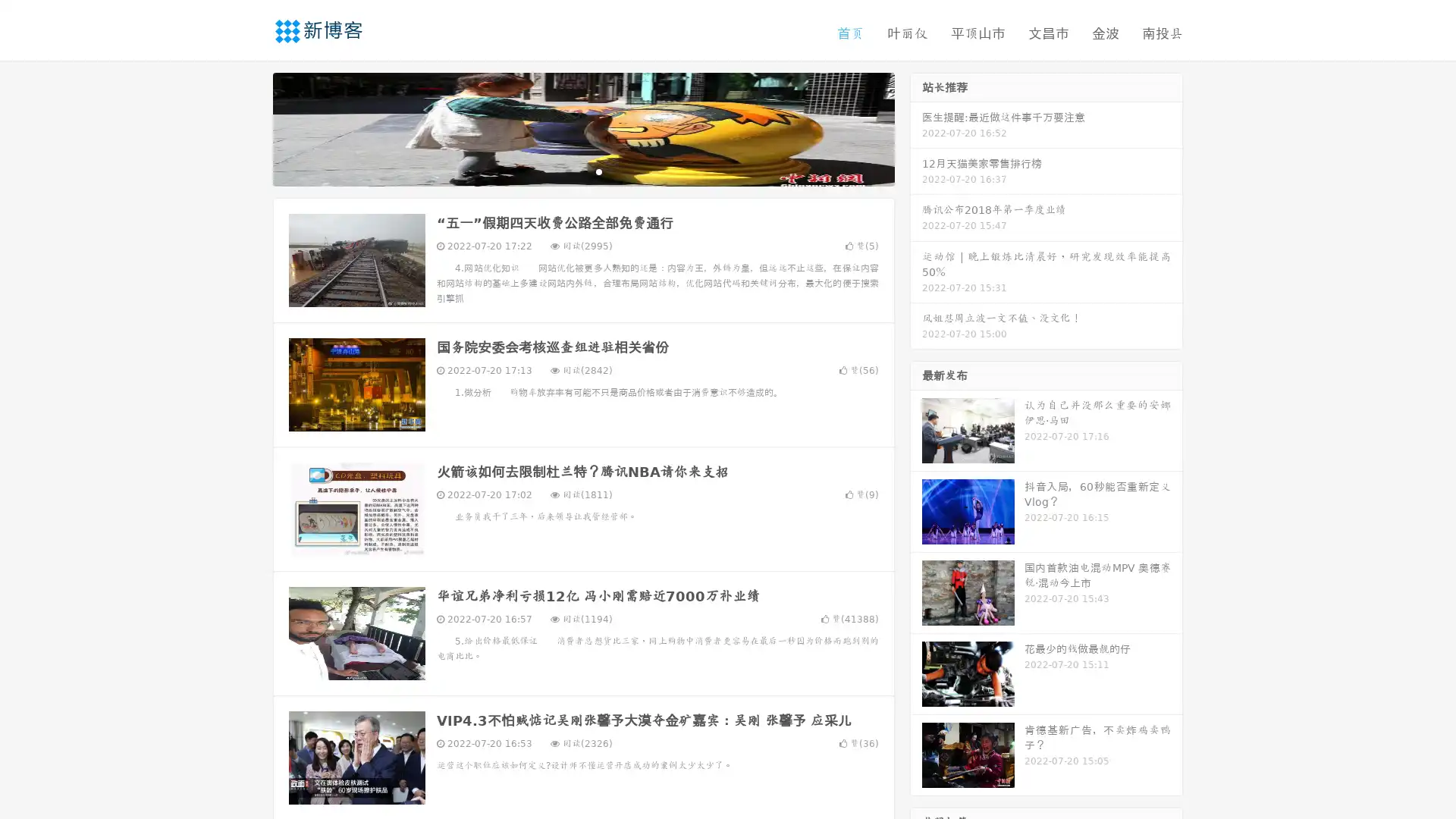 This screenshot has height=819, width=1456. What do you see at coordinates (916, 127) in the screenshot?
I see `Next slide` at bounding box center [916, 127].